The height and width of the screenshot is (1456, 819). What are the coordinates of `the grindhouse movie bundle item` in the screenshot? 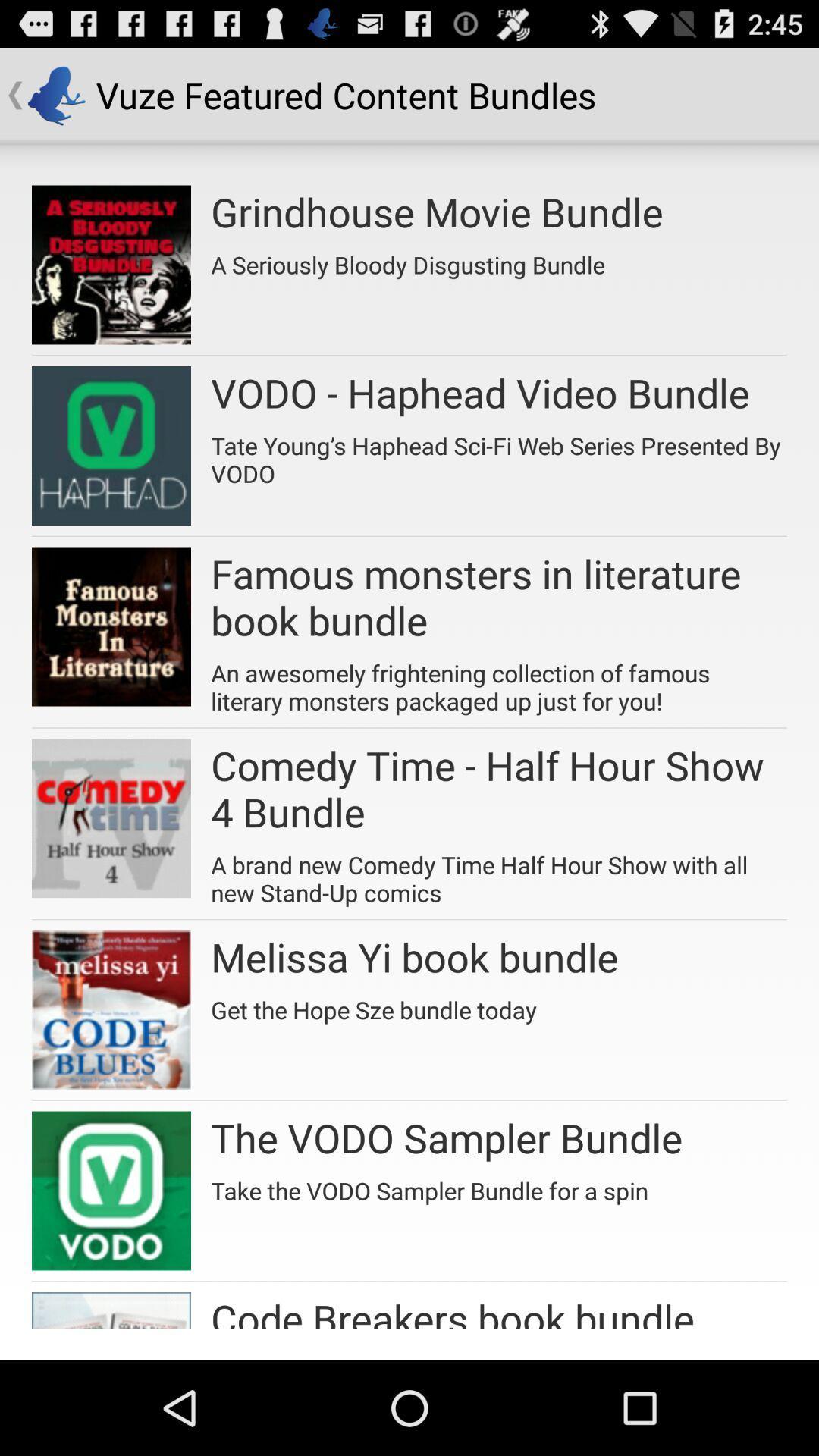 It's located at (437, 211).